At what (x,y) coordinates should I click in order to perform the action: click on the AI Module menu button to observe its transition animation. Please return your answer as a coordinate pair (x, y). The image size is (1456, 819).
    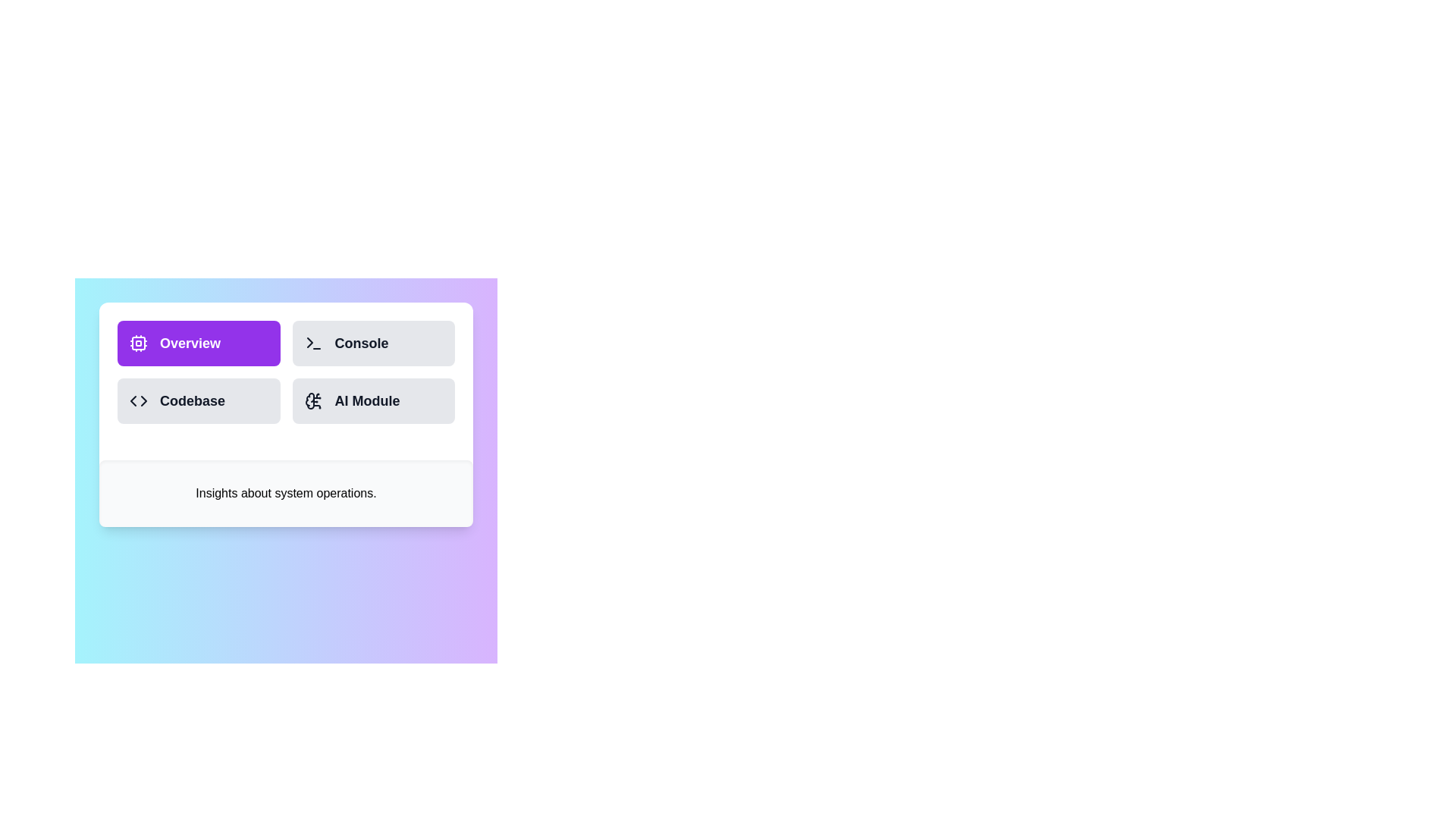
    Looking at the image, I should click on (373, 400).